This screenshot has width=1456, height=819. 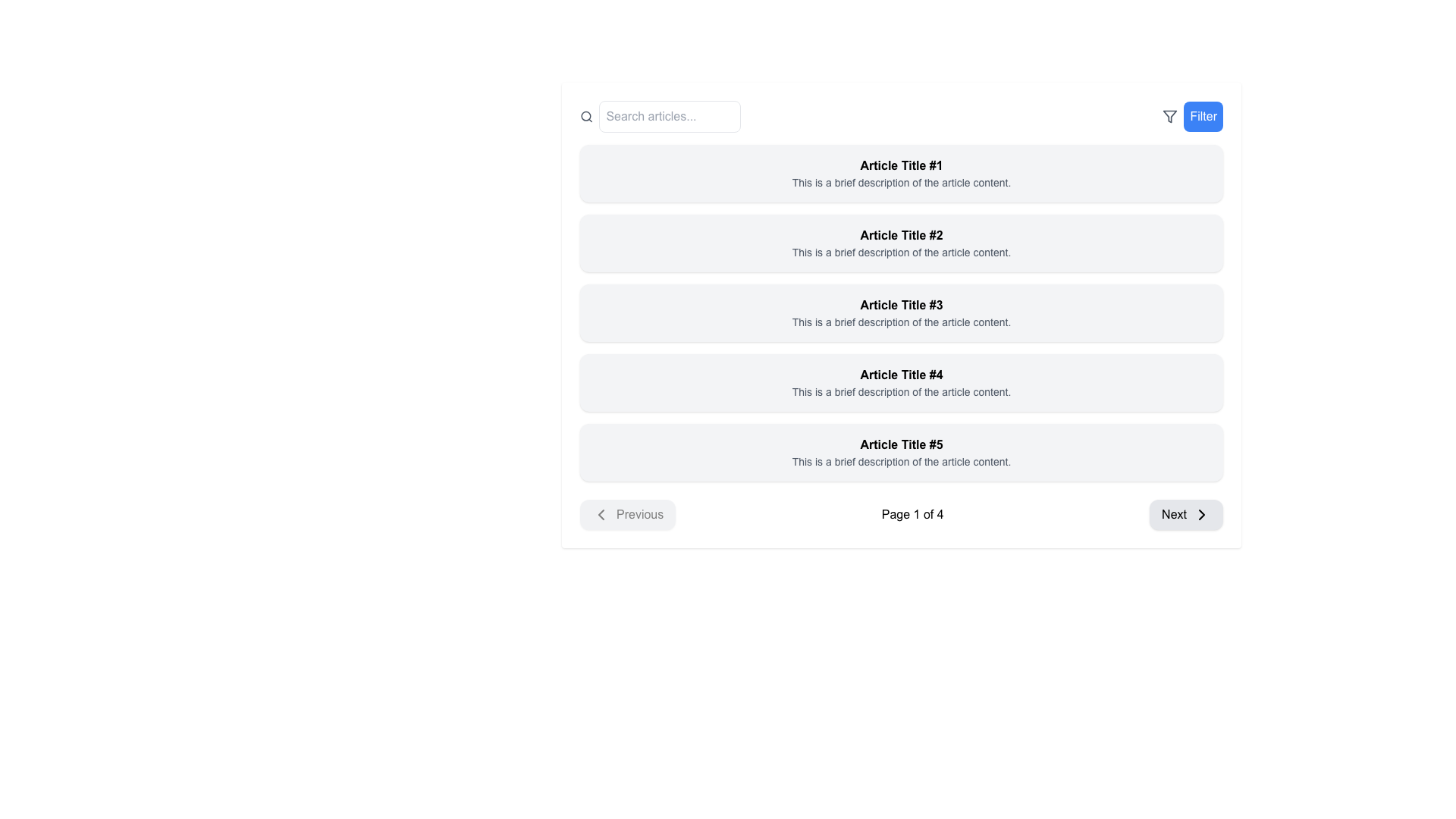 What do you see at coordinates (902, 444) in the screenshot?
I see `the title text of the fifth article entry, which serves as a quick identification for the corresponding article and is non-interactive` at bounding box center [902, 444].